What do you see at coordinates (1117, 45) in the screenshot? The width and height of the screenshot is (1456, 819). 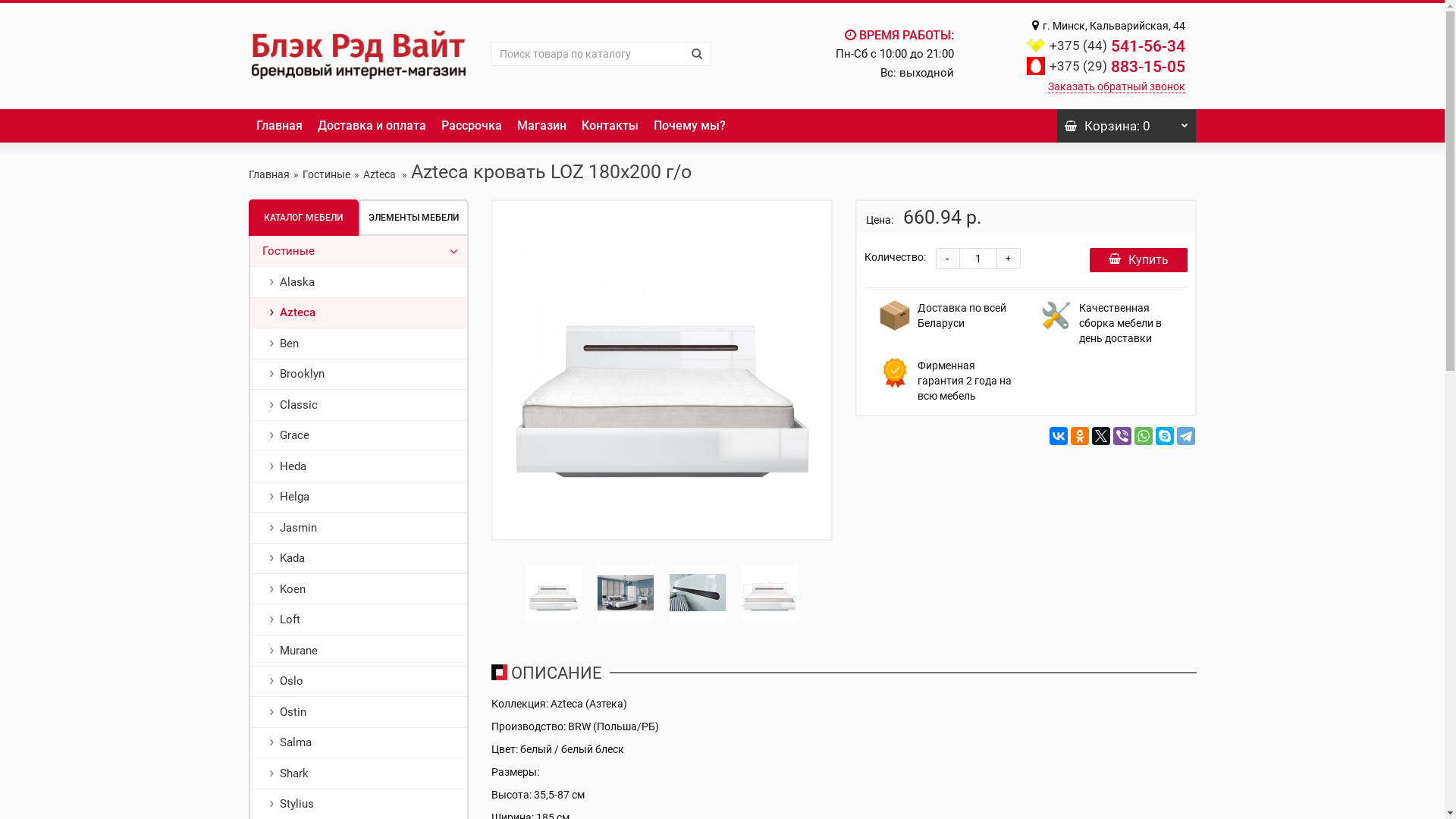 I see `'+375 (44) 541-56-34'` at bounding box center [1117, 45].